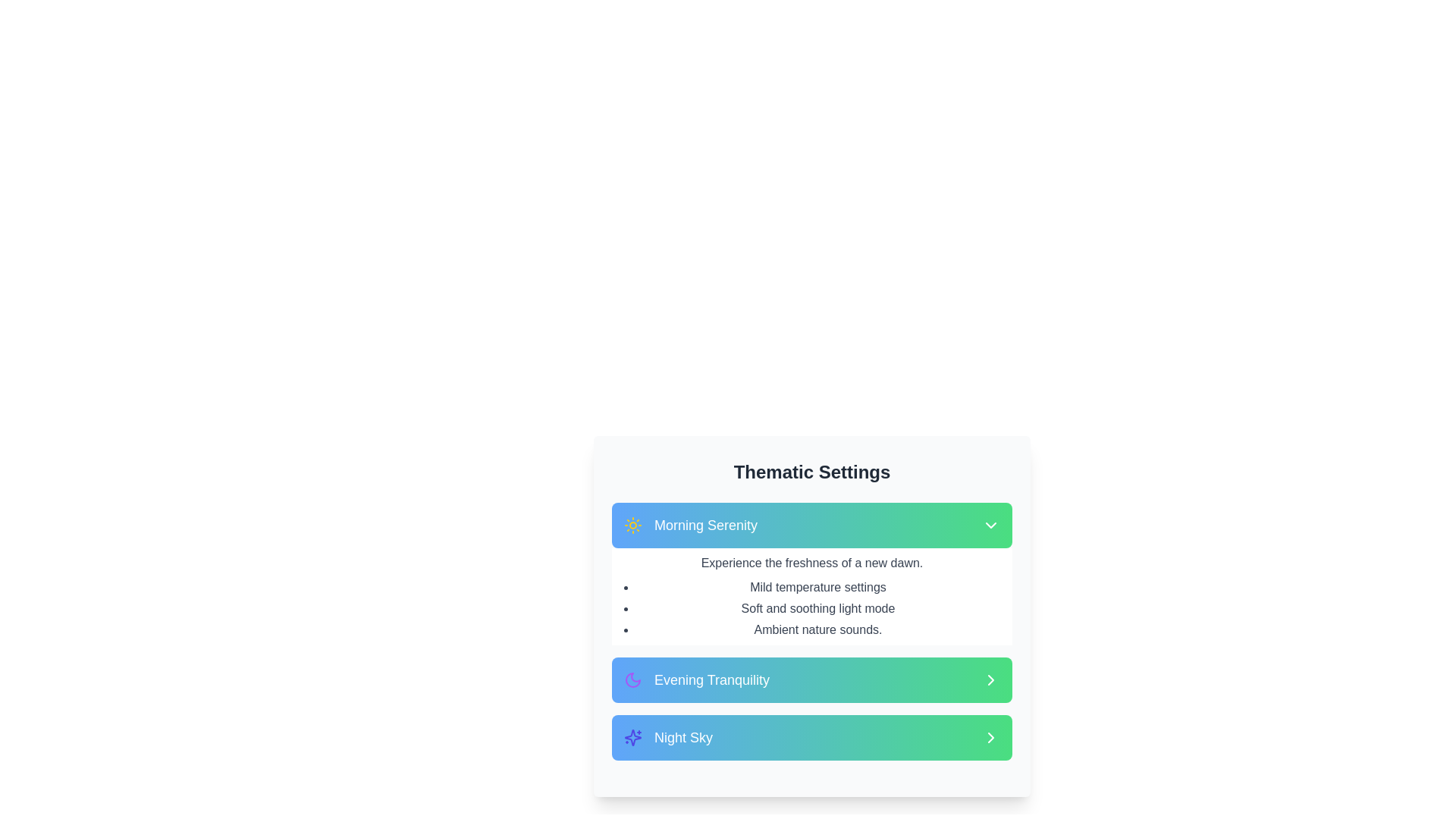 This screenshot has height=819, width=1456. I want to click on the yellow sun icon located to the left of the 'Morning Serenity' list item, so click(633, 525).